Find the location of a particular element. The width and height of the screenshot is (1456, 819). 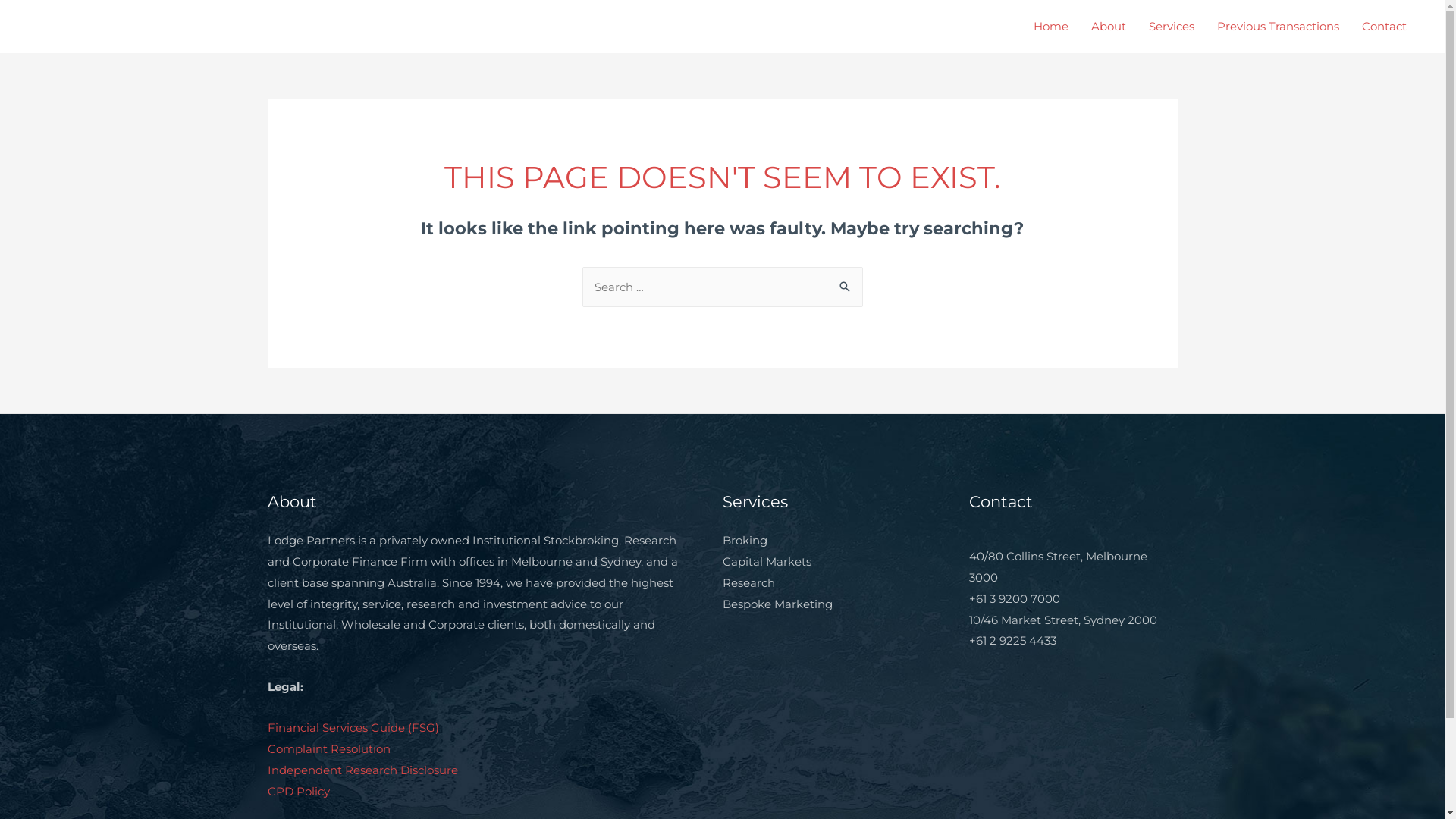

'+61 3 9200 7000' is located at coordinates (1015, 598).